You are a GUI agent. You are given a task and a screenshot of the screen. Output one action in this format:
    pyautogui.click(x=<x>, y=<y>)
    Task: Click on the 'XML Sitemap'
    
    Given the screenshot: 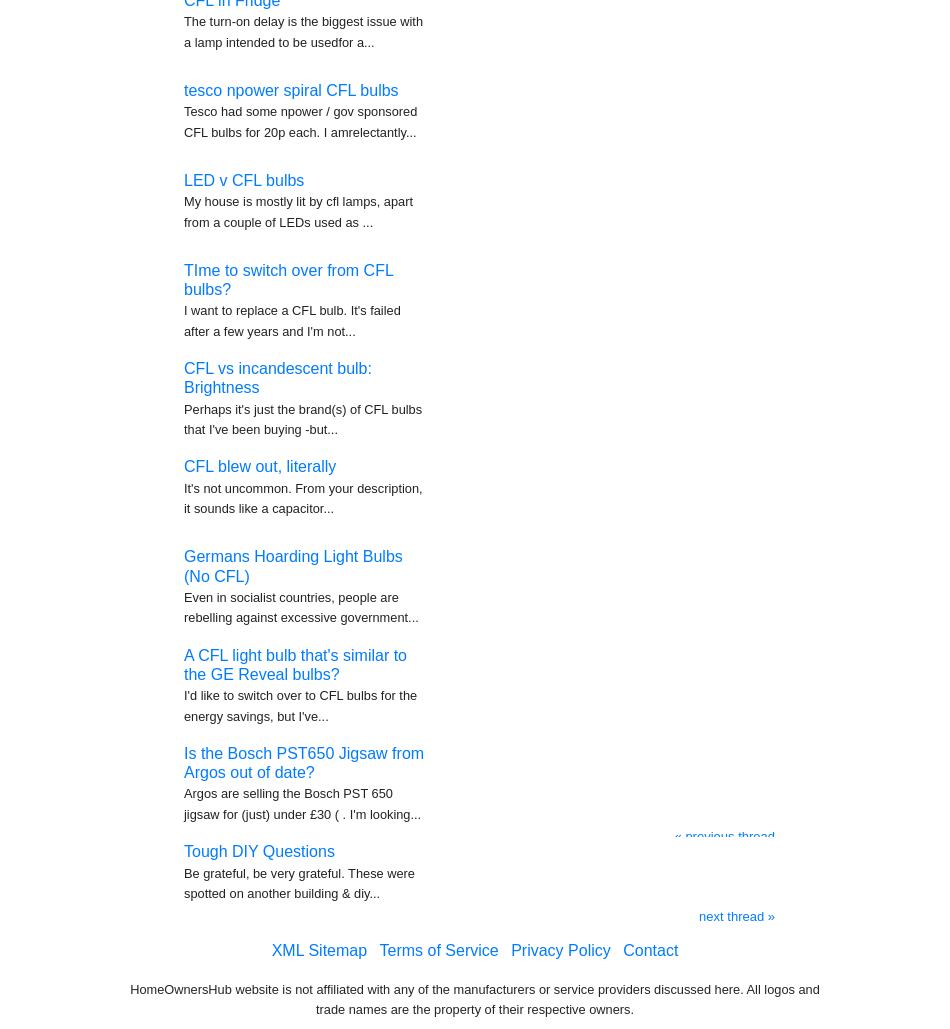 What is the action you would take?
    pyautogui.click(x=318, y=941)
    